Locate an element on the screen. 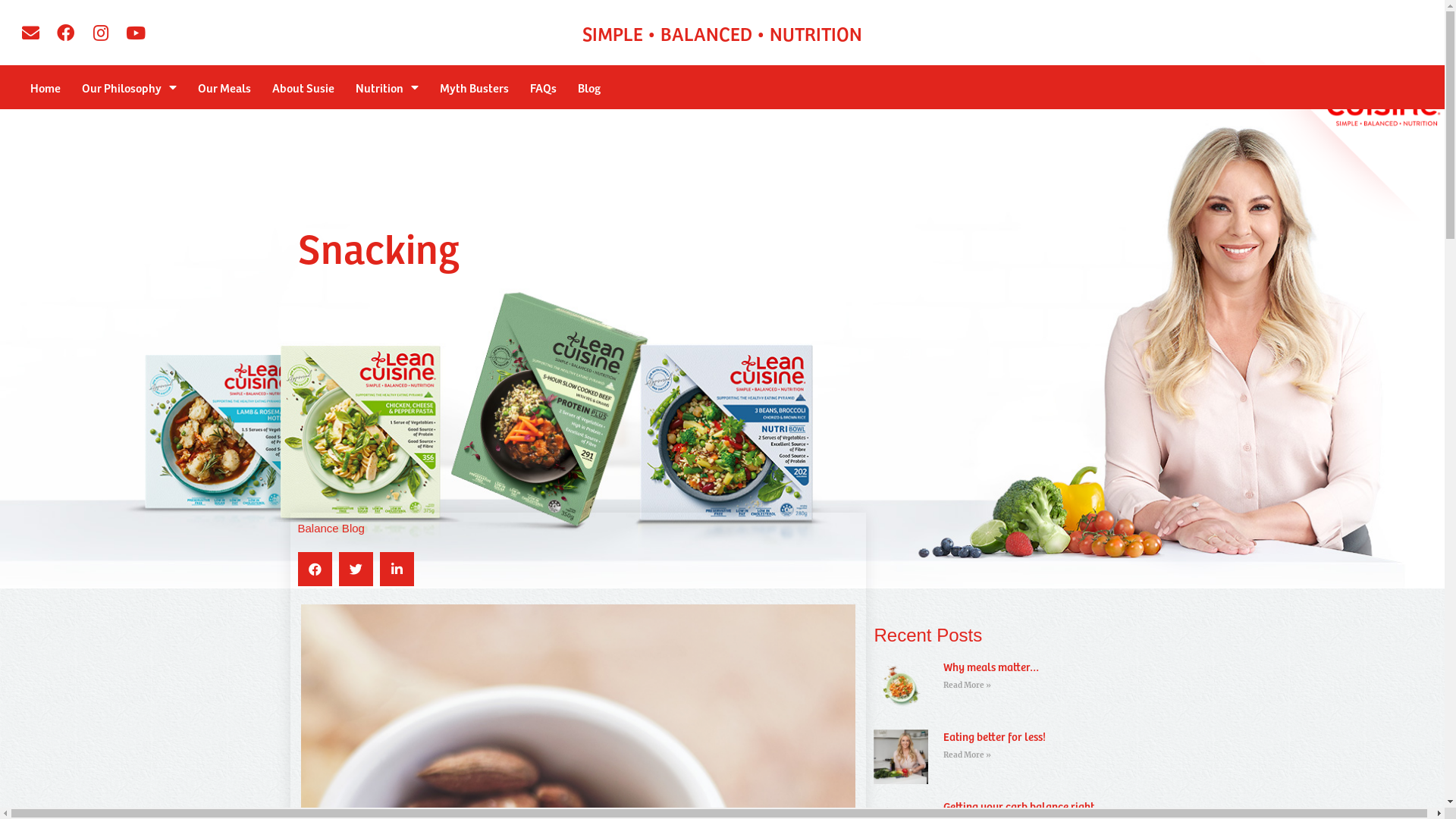  'Our Meals' is located at coordinates (224, 87).